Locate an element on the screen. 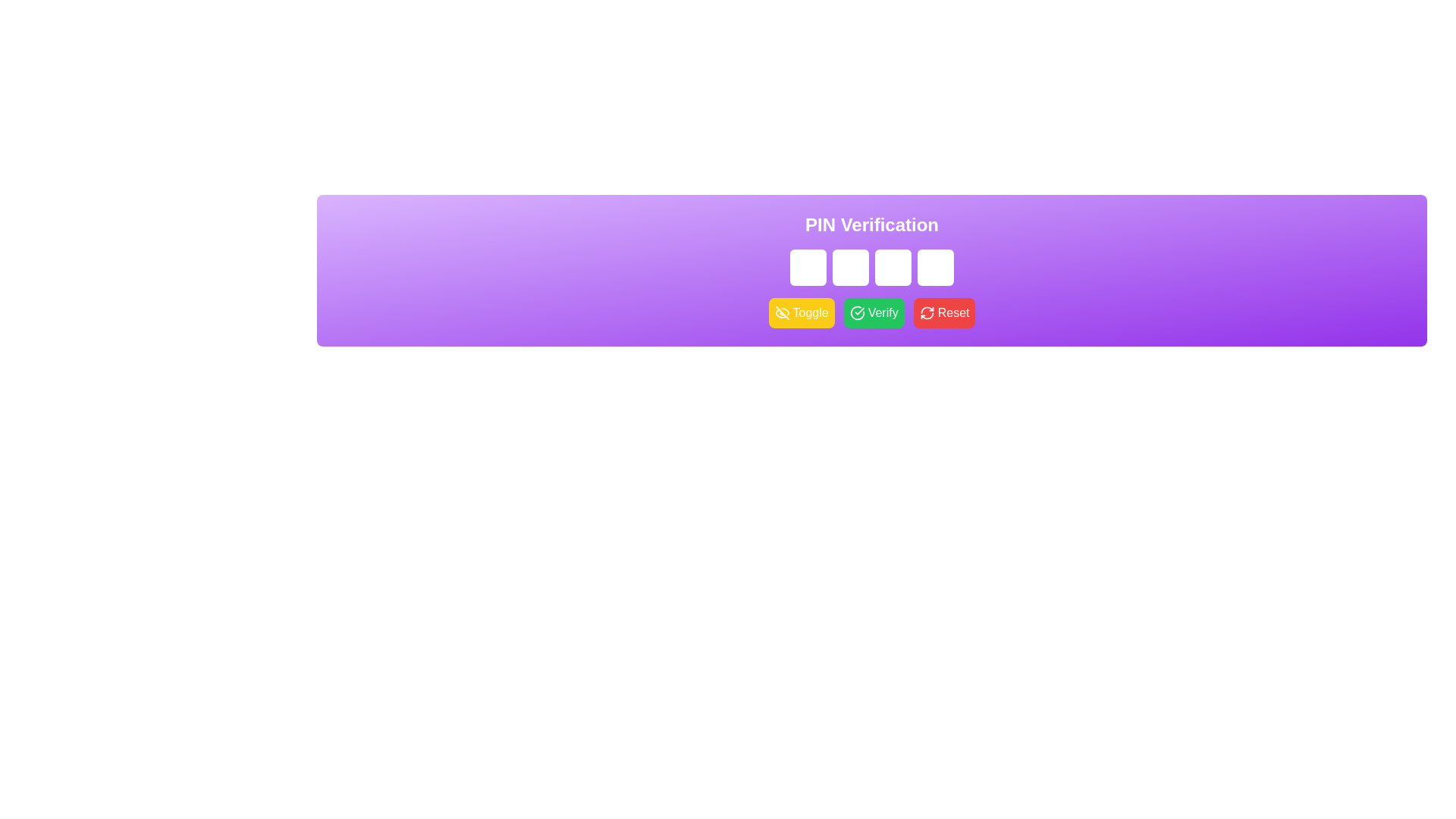 This screenshot has height=819, width=1456. the reset button located in the bottom-right section containing the PIN input fields, which includes an icon serving as a visual indicator of the reset action is located at coordinates (926, 312).